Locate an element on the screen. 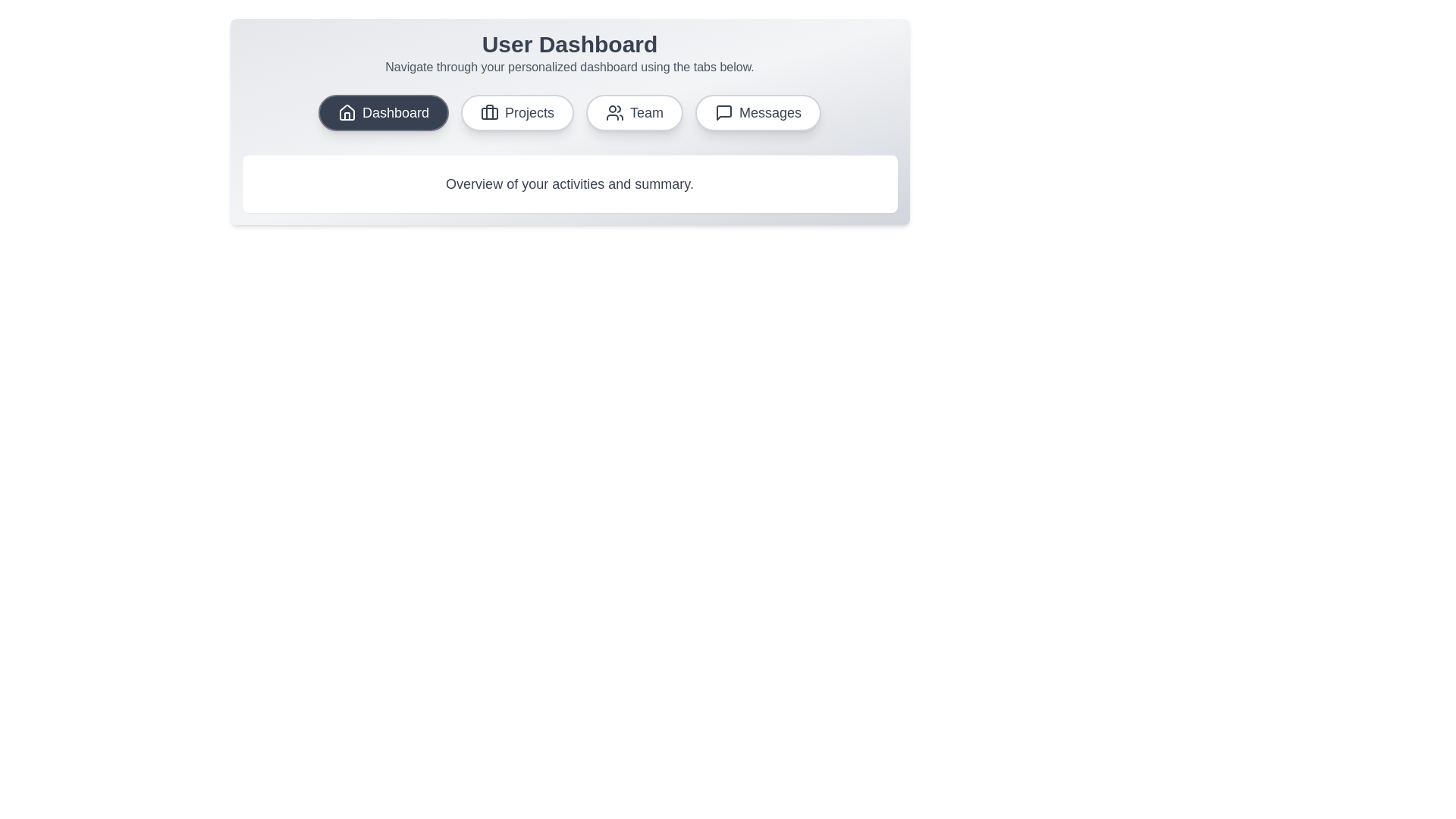 Image resolution: width=1456 pixels, height=819 pixels. the tab labeled Team to observe the visual effect is located at coordinates (634, 112).